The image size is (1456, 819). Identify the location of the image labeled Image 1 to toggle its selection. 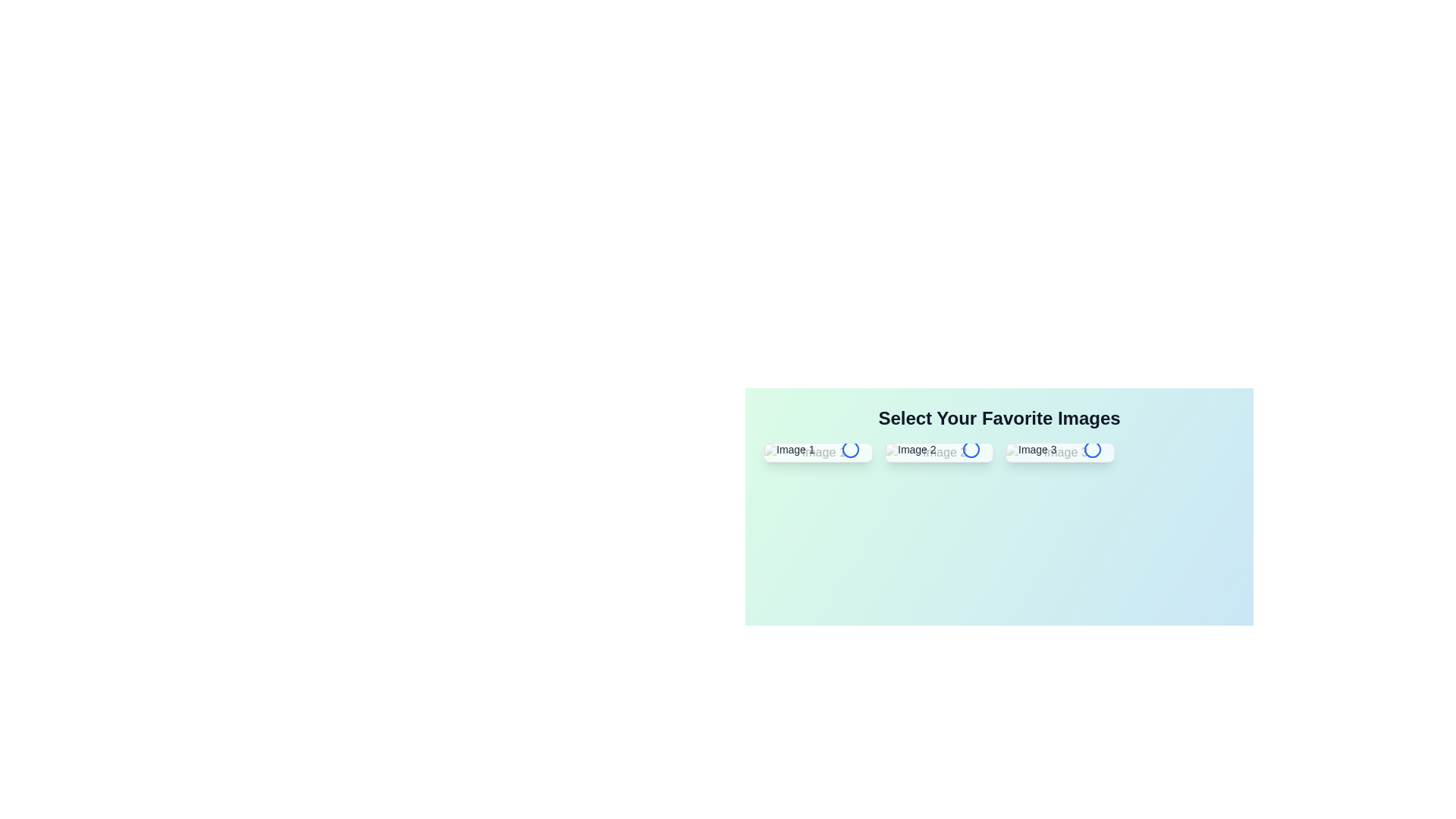
(817, 452).